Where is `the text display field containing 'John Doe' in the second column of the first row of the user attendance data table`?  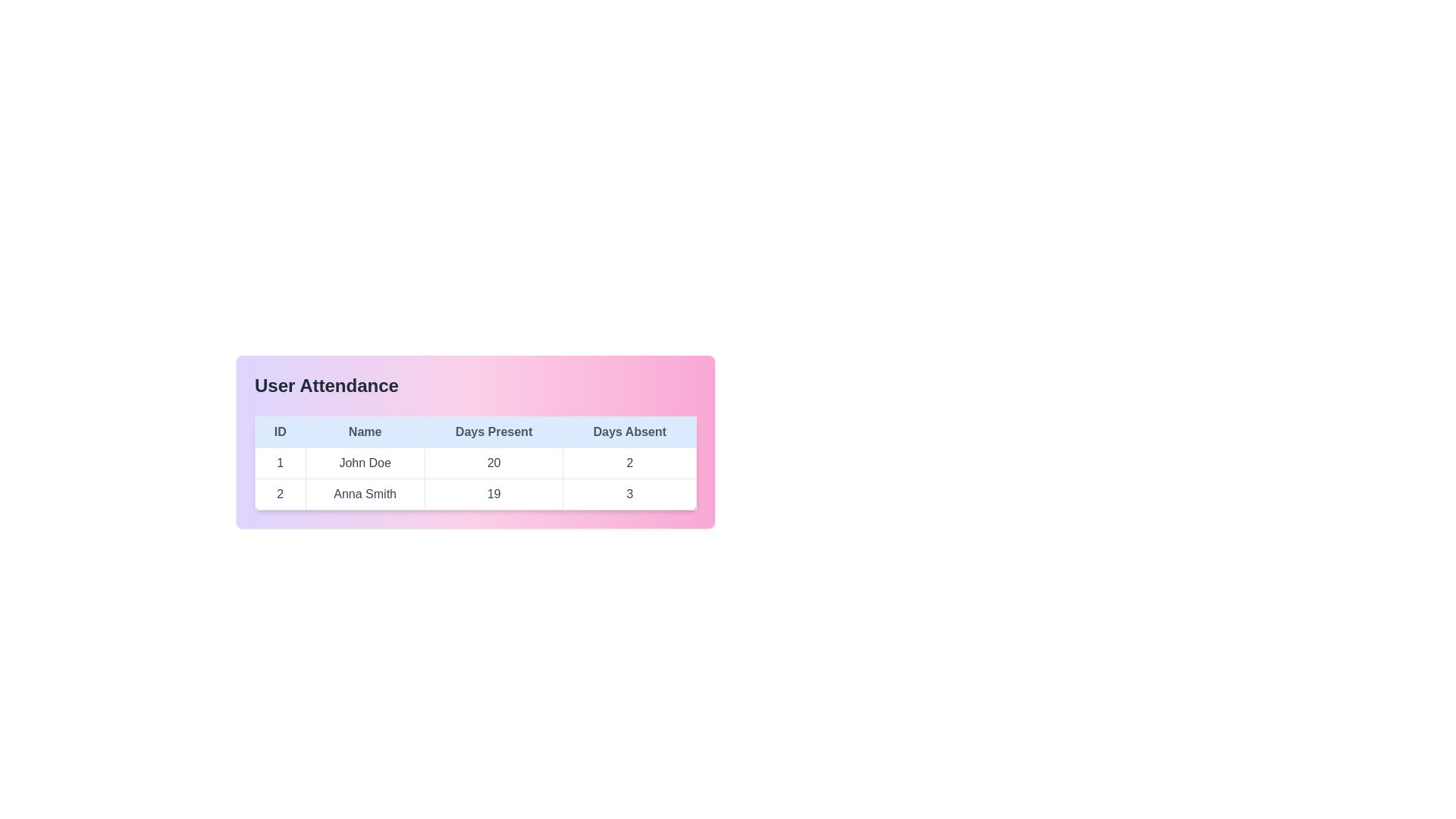 the text display field containing 'John Doe' in the second column of the first row of the user attendance data table is located at coordinates (365, 462).